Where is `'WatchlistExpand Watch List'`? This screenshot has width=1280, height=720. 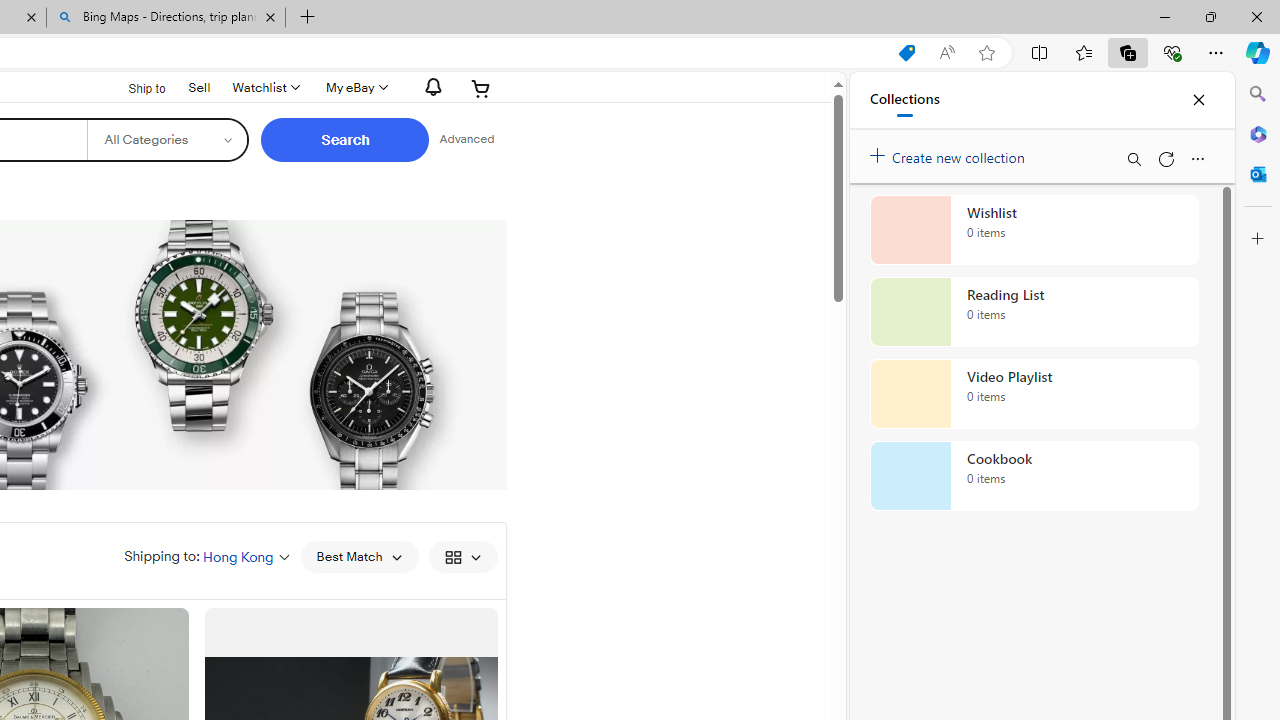 'WatchlistExpand Watch List' is located at coordinates (263, 87).